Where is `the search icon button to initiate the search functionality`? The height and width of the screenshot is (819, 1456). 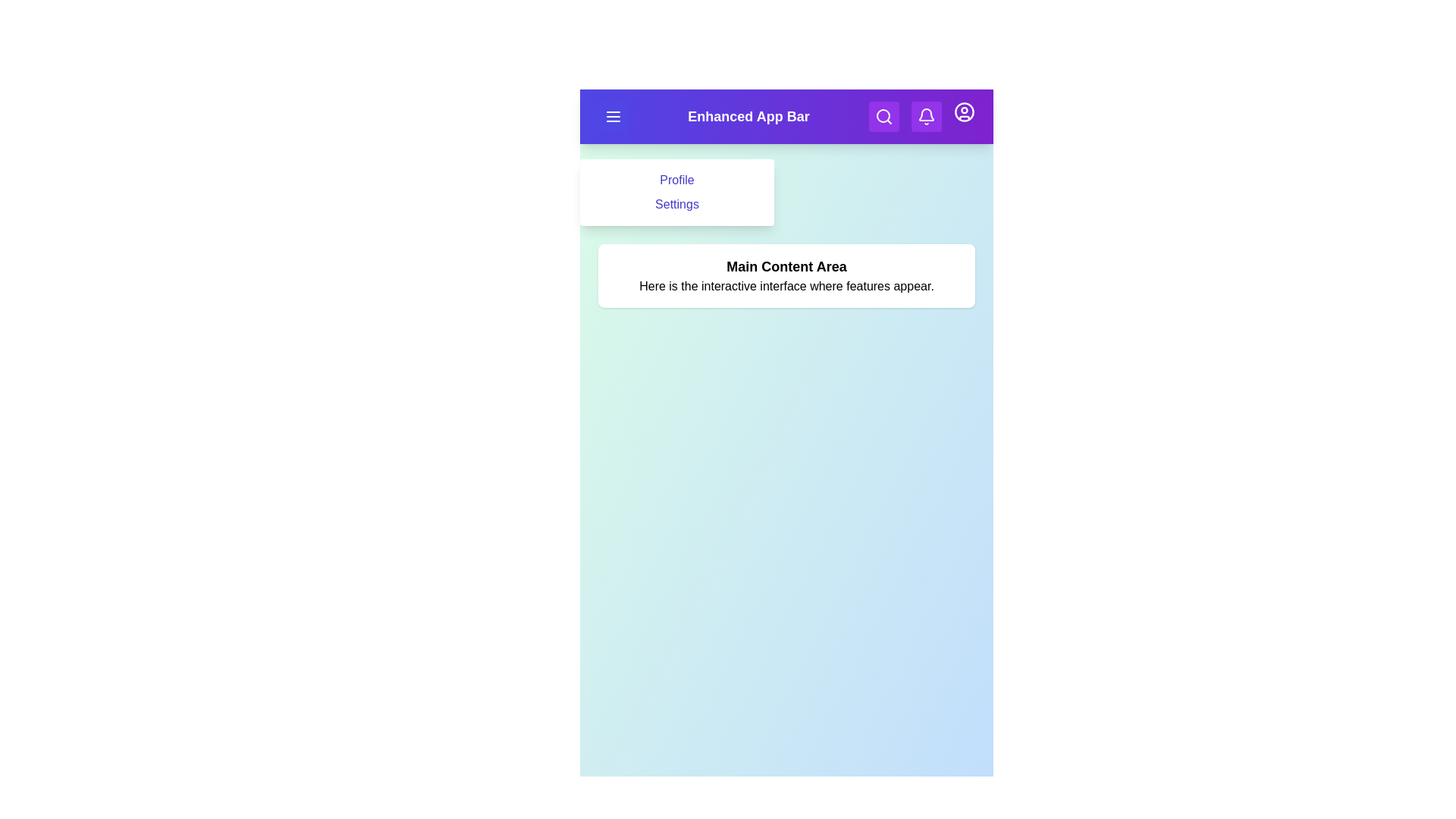
the search icon button to initiate the search functionality is located at coordinates (884, 116).